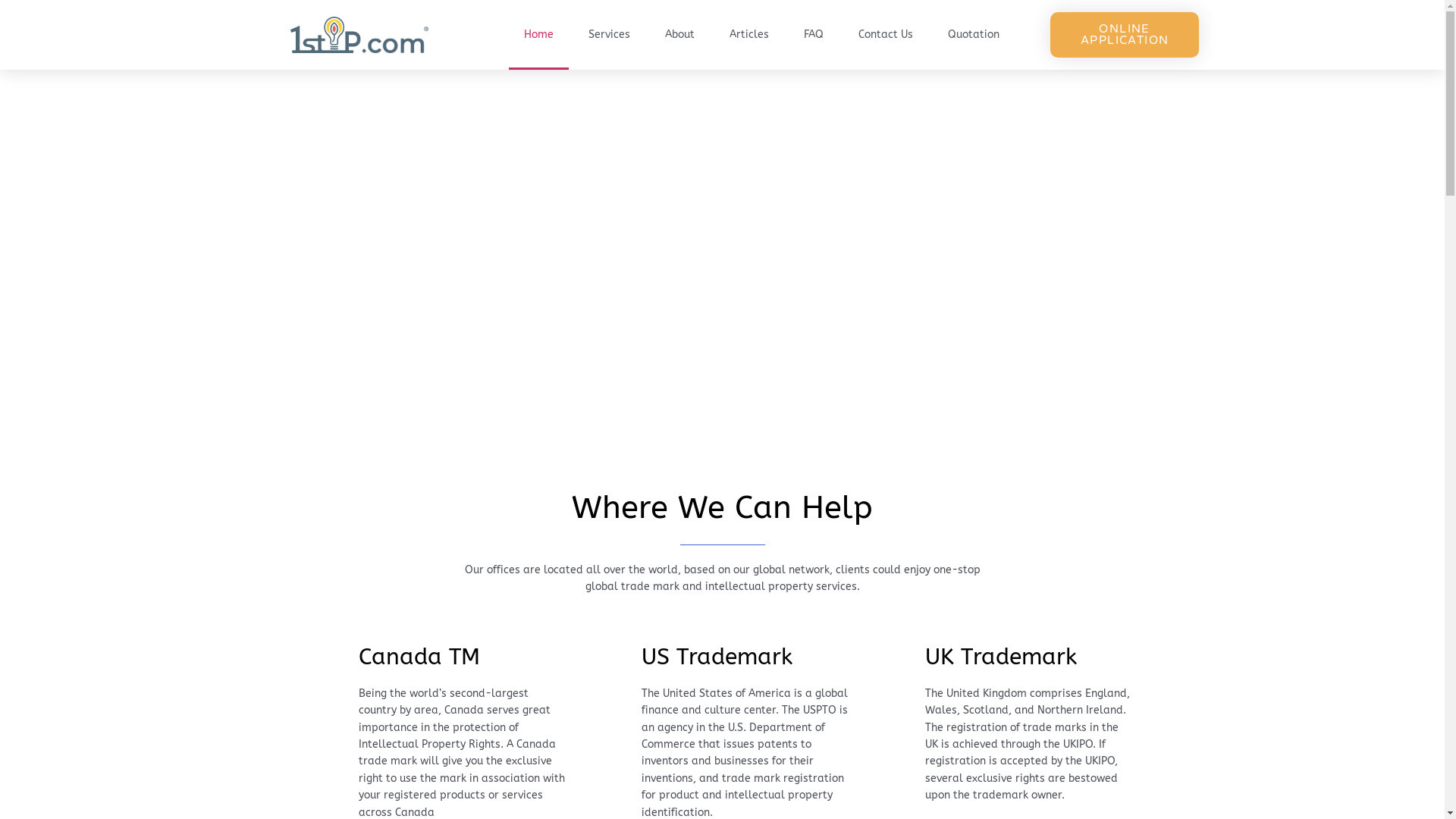 The image size is (1456, 819). Describe the element at coordinates (679, 34) in the screenshot. I see `'About'` at that location.